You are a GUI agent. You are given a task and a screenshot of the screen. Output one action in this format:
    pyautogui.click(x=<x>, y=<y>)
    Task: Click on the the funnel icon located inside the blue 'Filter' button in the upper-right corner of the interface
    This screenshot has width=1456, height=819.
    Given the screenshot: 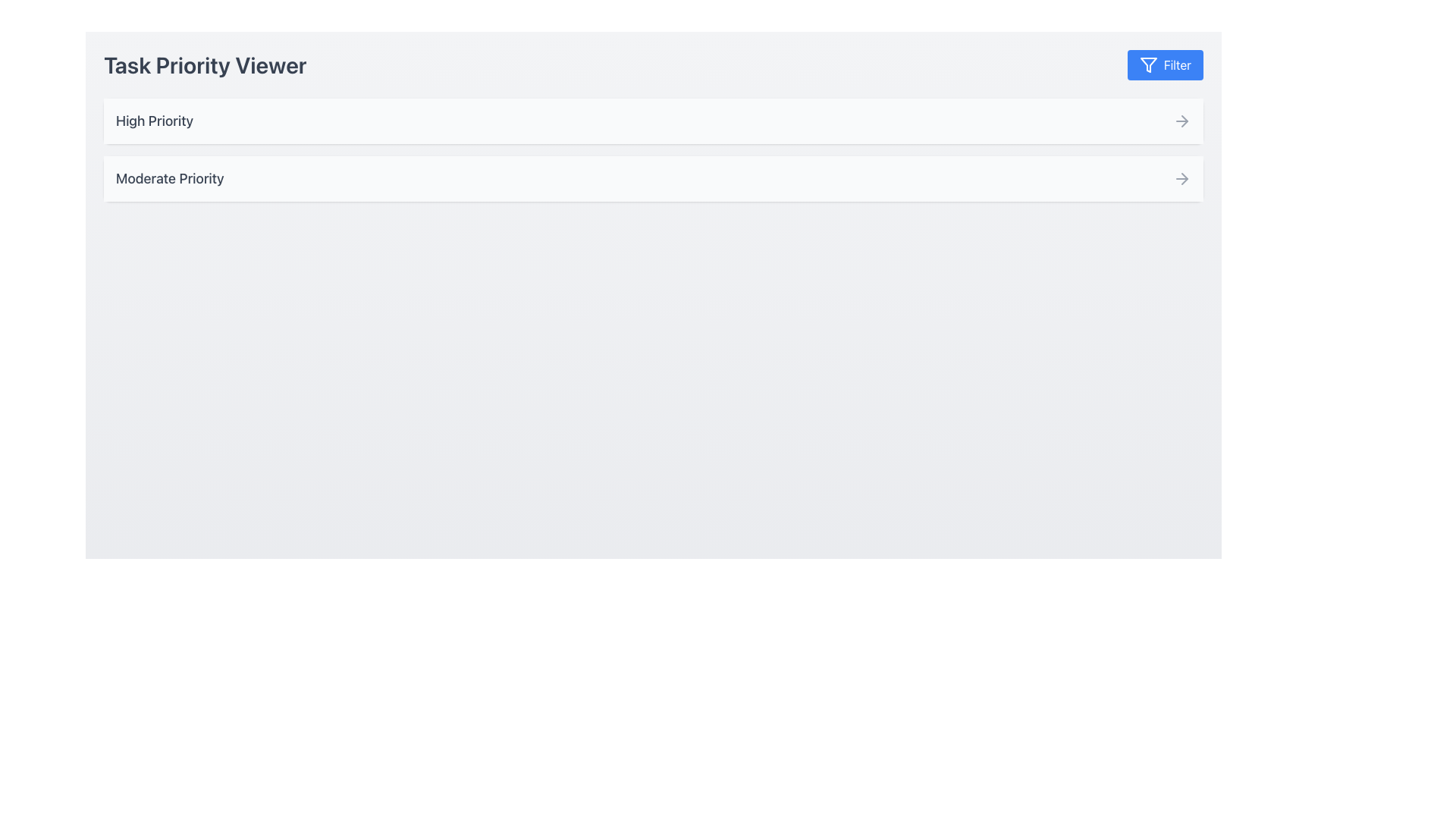 What is the action you would take?
    pyautogui.click(x=1148, y=64)
    